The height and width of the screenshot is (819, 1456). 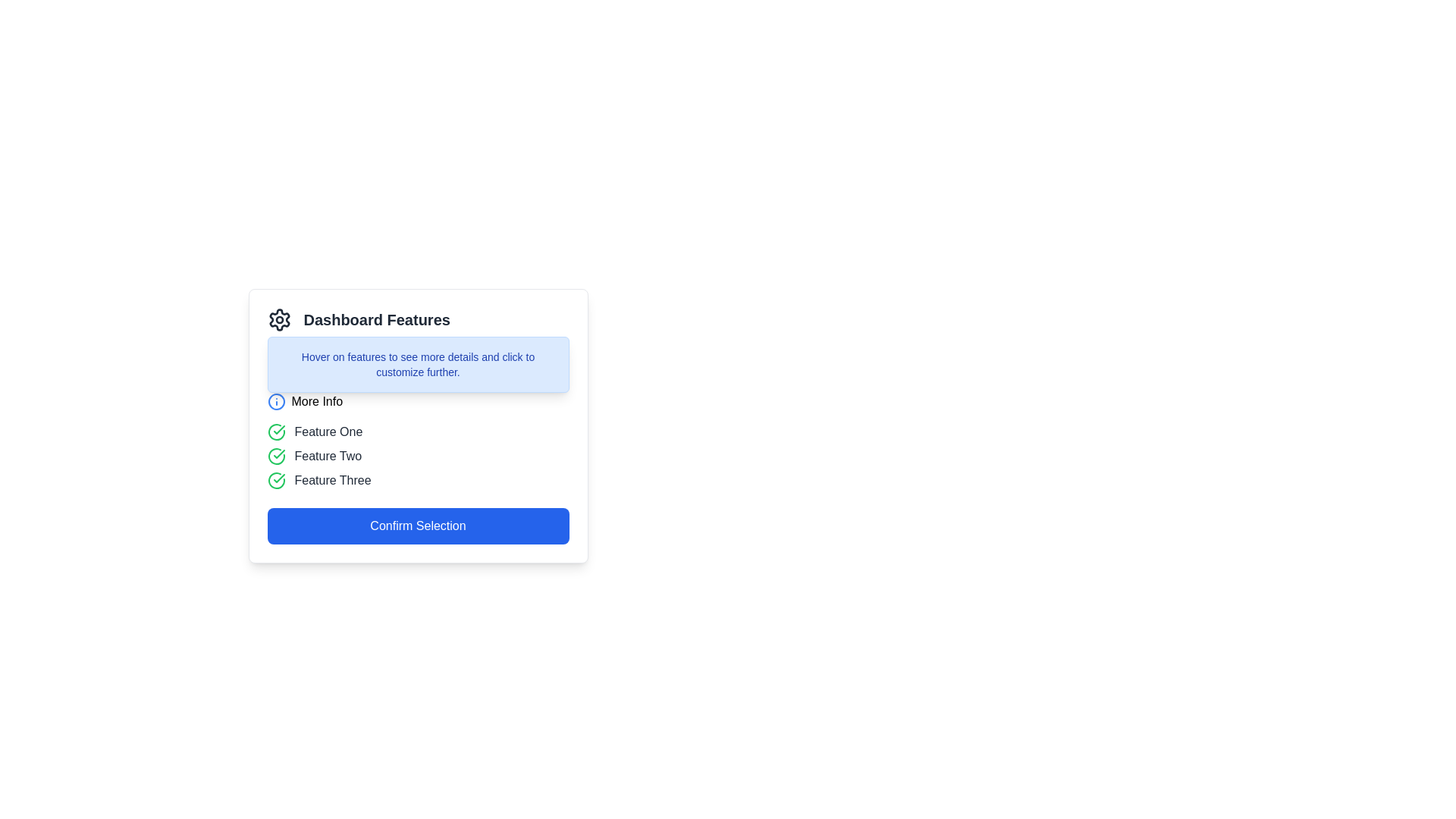 I want to click on text label displaying 'Feature One' styled in gray font, positioned as the first item under the 'Dashboard Features' section, so click(x=328, y=432).